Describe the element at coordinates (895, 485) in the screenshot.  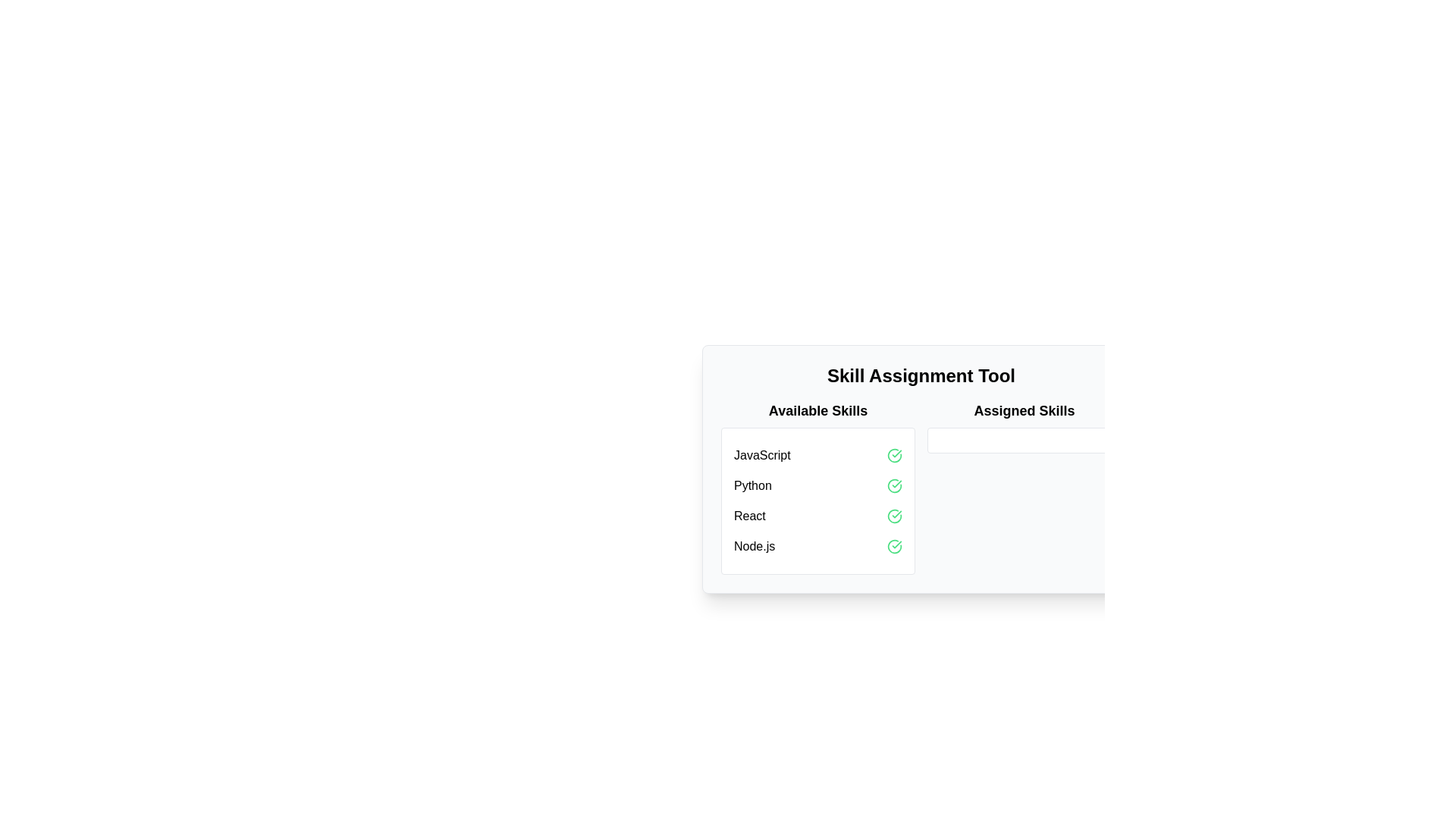
I see `the visual change associated with the SVG icon representation of the status indicator for the 'Python' skill, located to the right of the text label 'Python' under the 'Available Skills' section` at that location.